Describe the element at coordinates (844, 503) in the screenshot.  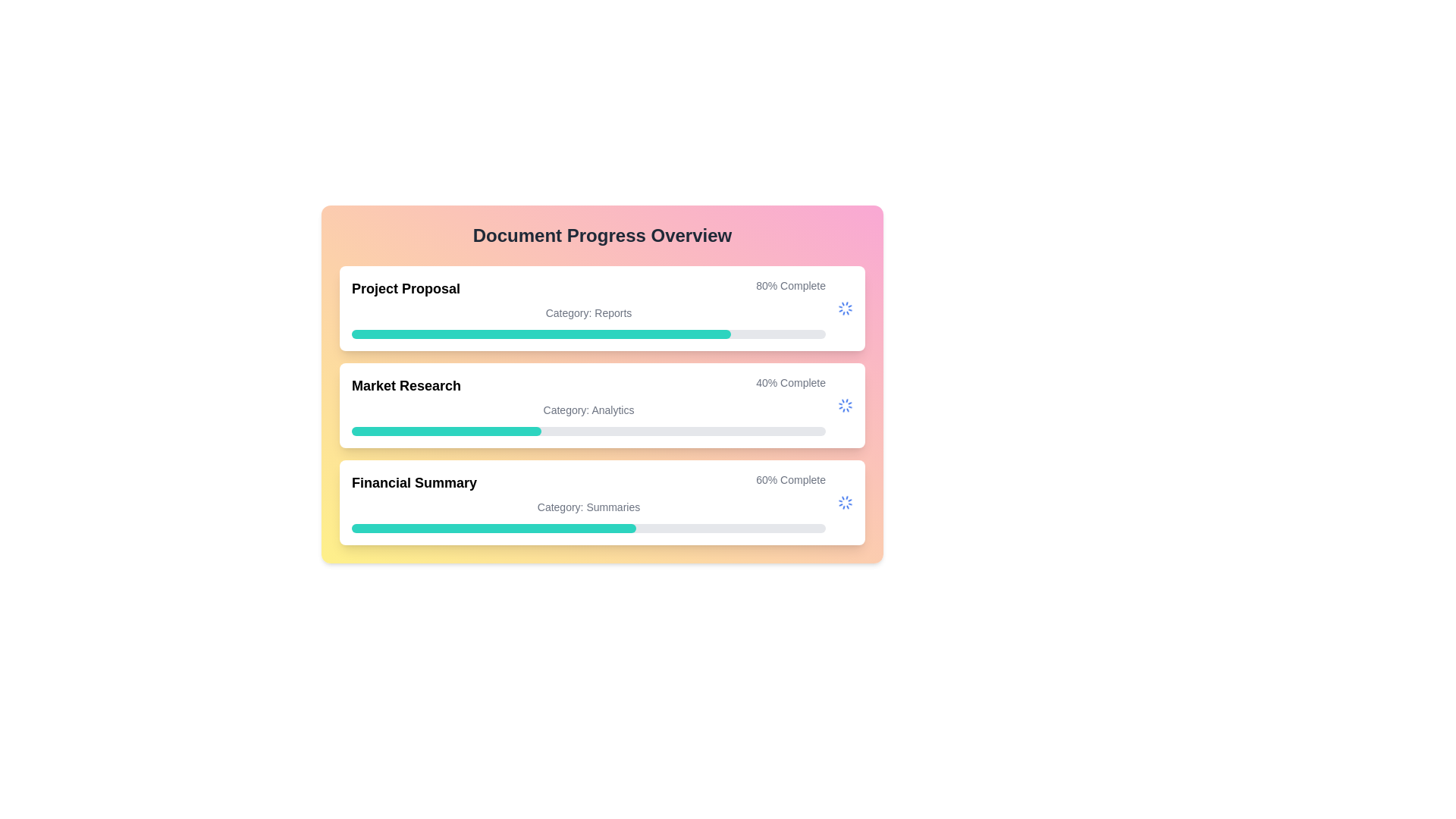
I see `the Loader/Spinner Icon located in the 'Financial Summary' section, positioned to the right of '60% Complete' and adjacent to the progress bar` at that location.